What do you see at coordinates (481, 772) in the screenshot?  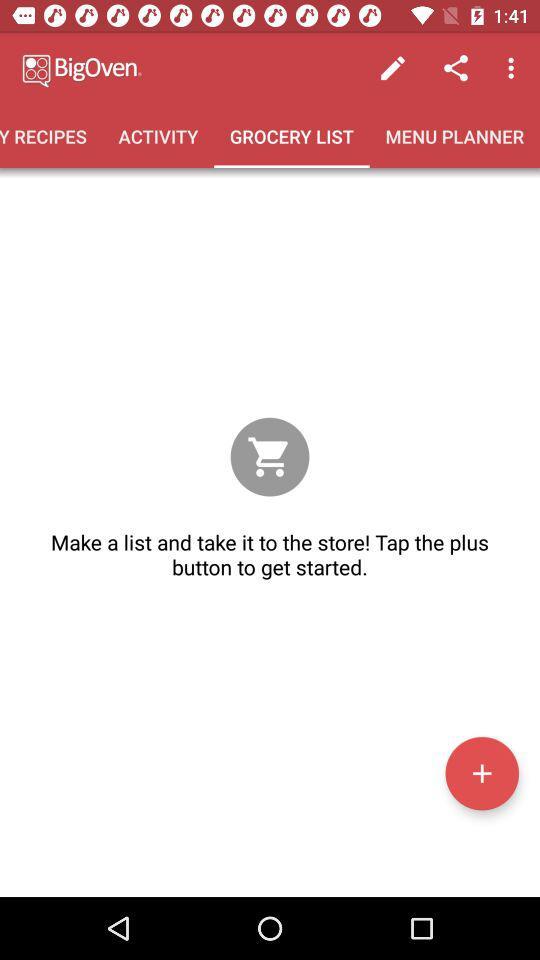 I see `the icon below make a list item` at bounding box center [481, 772].